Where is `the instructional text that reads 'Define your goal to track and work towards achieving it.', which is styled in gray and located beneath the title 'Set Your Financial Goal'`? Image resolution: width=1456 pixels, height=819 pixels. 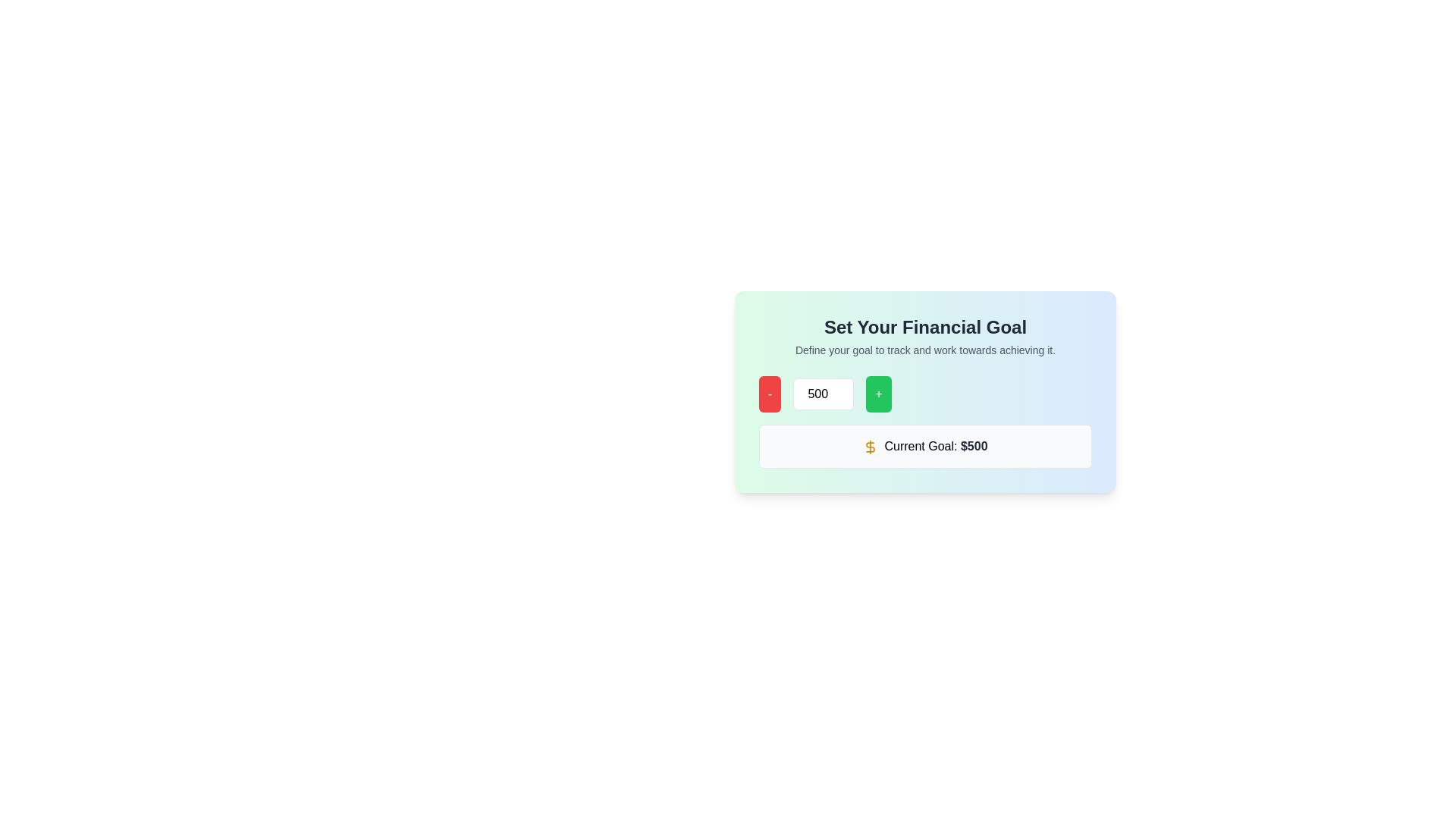 the instructional text that reads 'Define your goal to track and work towards achieving it.', which is styled in gray and located beneath the title 'Set Your Financial Goal' is located at coordinates (924, 350).